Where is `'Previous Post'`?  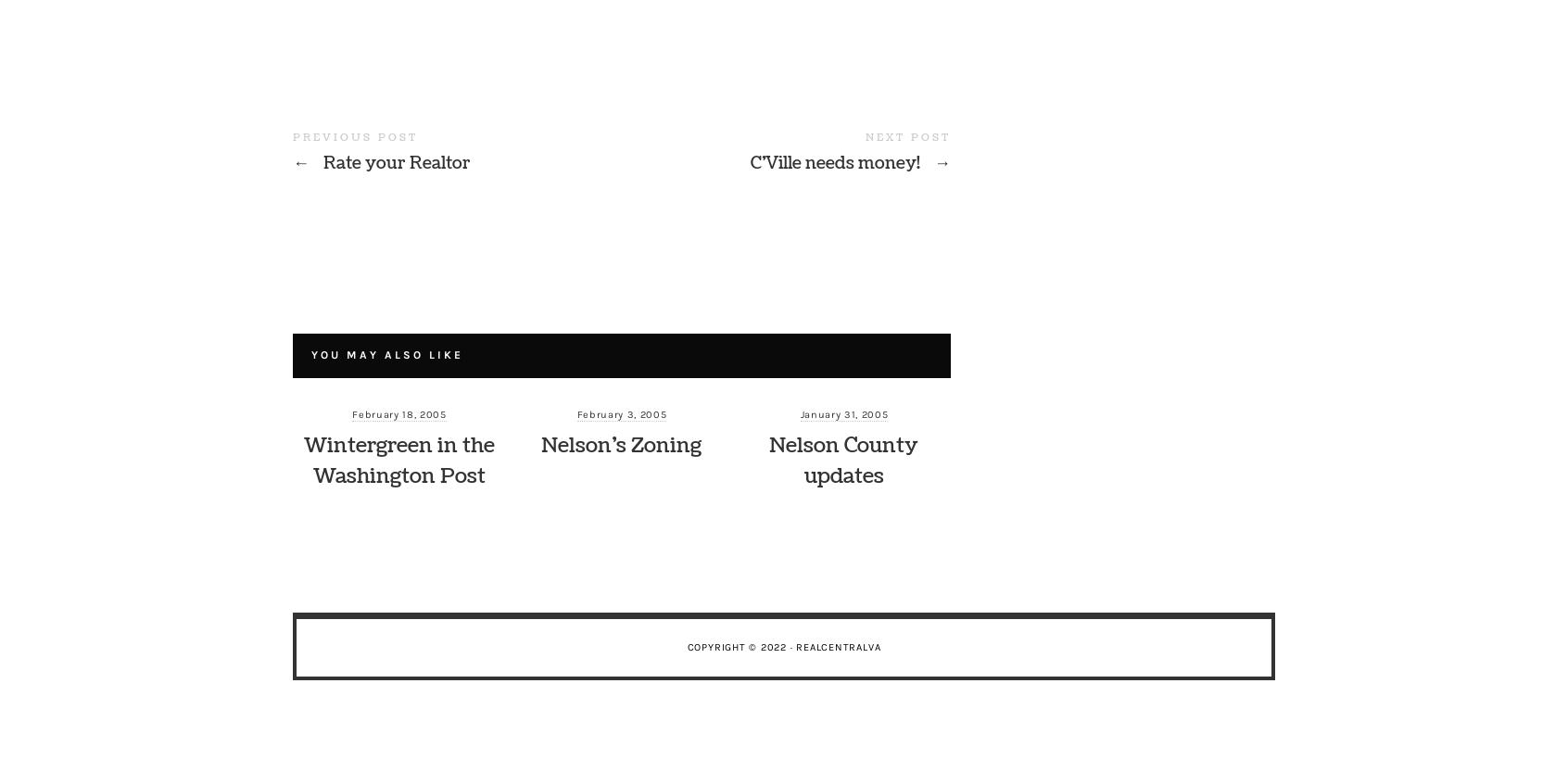 'Previous Post' is located at coordinates (355, 136).